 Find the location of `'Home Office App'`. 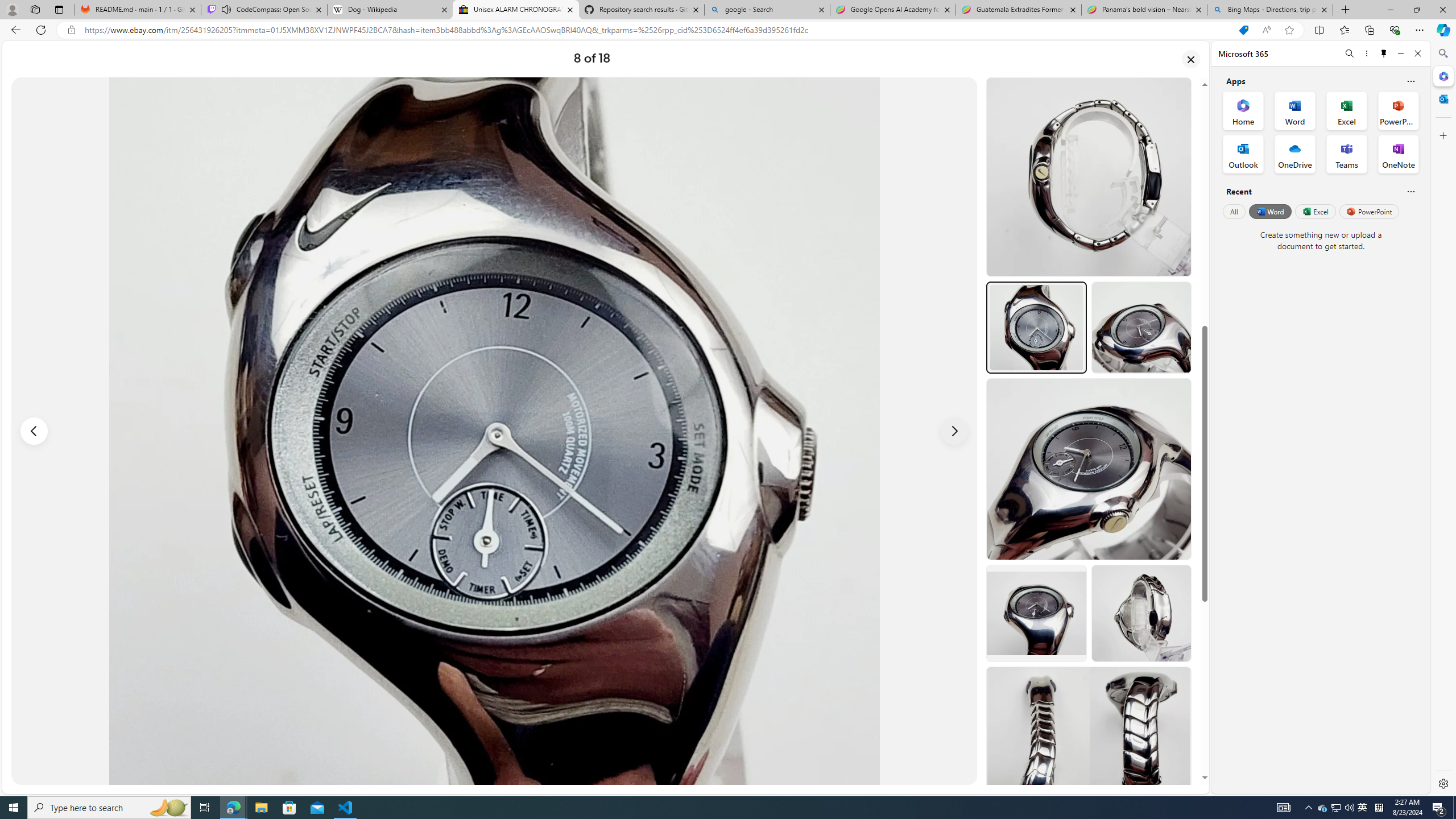

'Home Office App' is located at coordinates (1243, 111).